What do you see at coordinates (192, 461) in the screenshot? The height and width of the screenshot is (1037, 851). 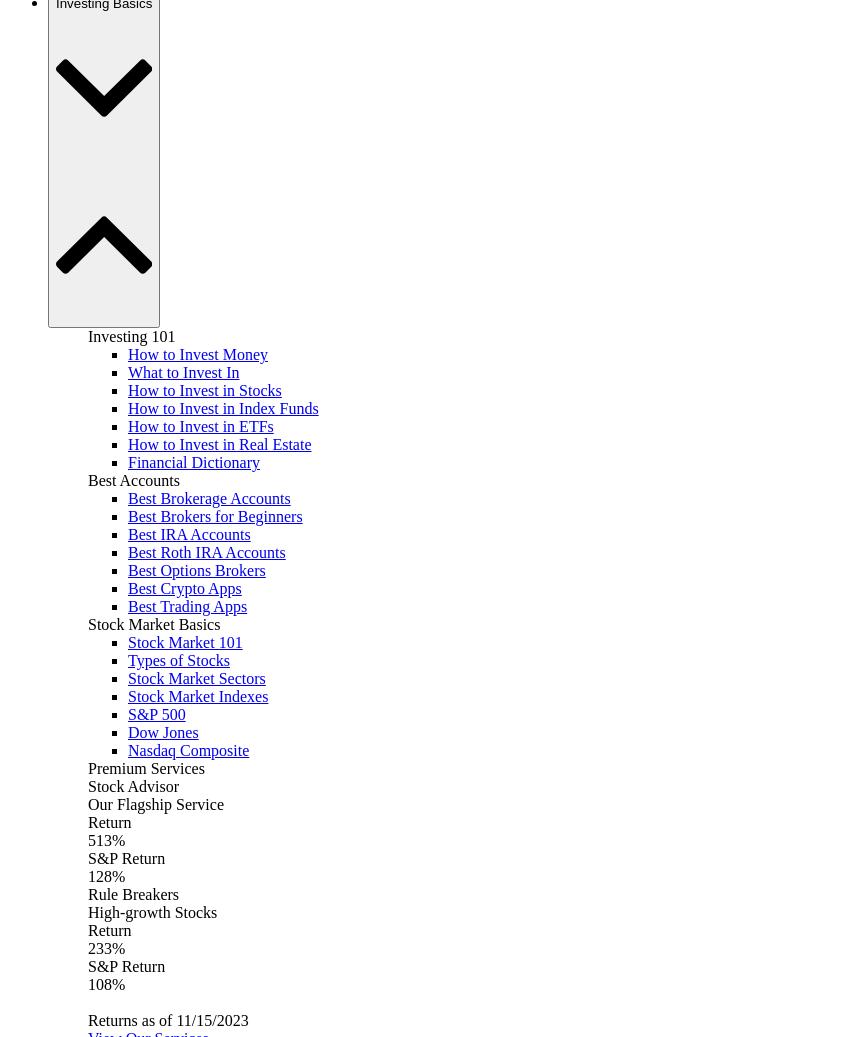 I see `'Financial Dictionary'` at bounding box center [192, 461].